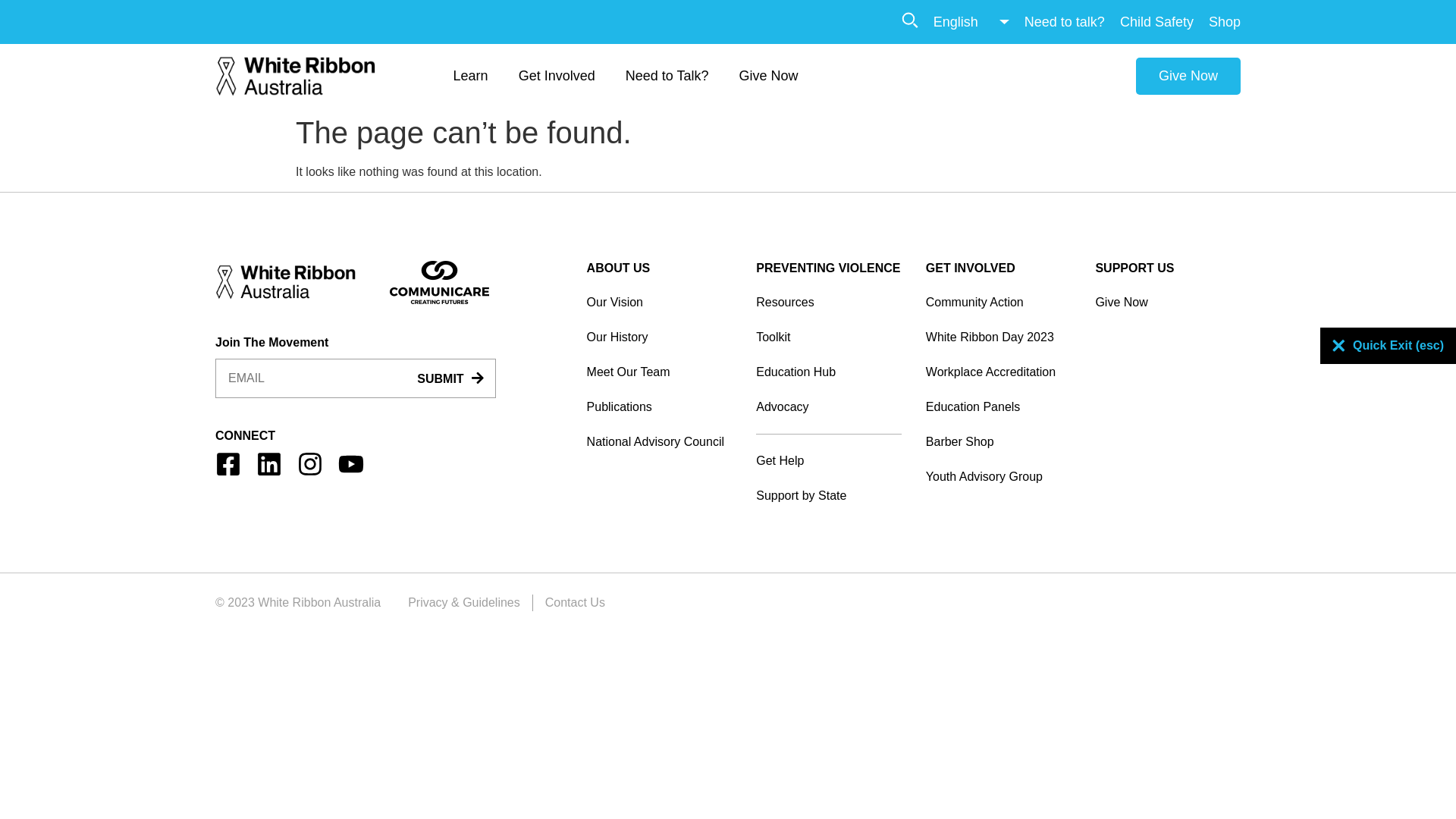 The height and width of the screenshot is (819, 1456). Describe the element at coordinates (756, 267) in the screenshot. I see `'PREVENTING VIOLENCE'` at that location.